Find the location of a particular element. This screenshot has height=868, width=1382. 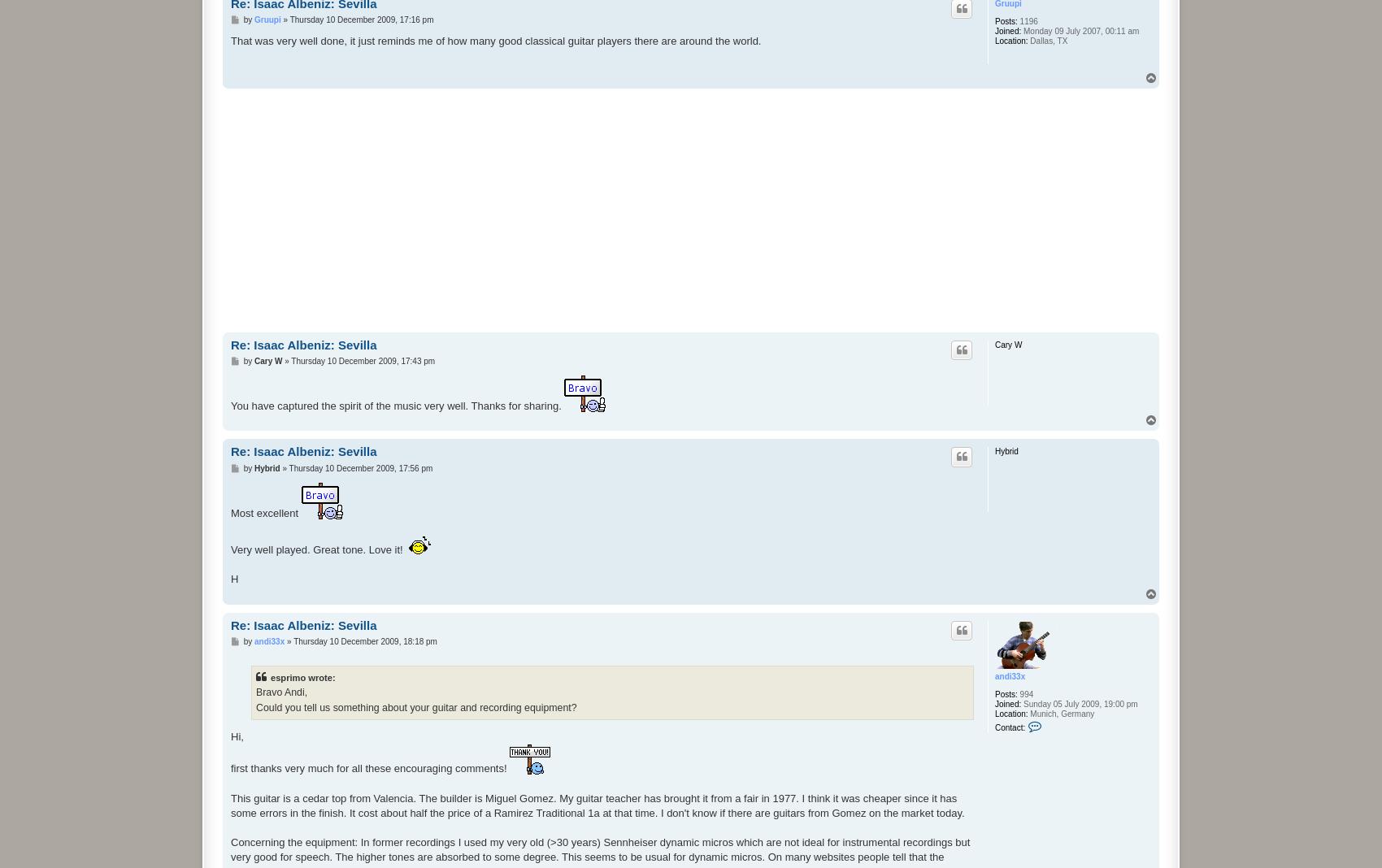

'Thursday 10 December 2009, 17:56 pm' is located at coordinates (360, 467).